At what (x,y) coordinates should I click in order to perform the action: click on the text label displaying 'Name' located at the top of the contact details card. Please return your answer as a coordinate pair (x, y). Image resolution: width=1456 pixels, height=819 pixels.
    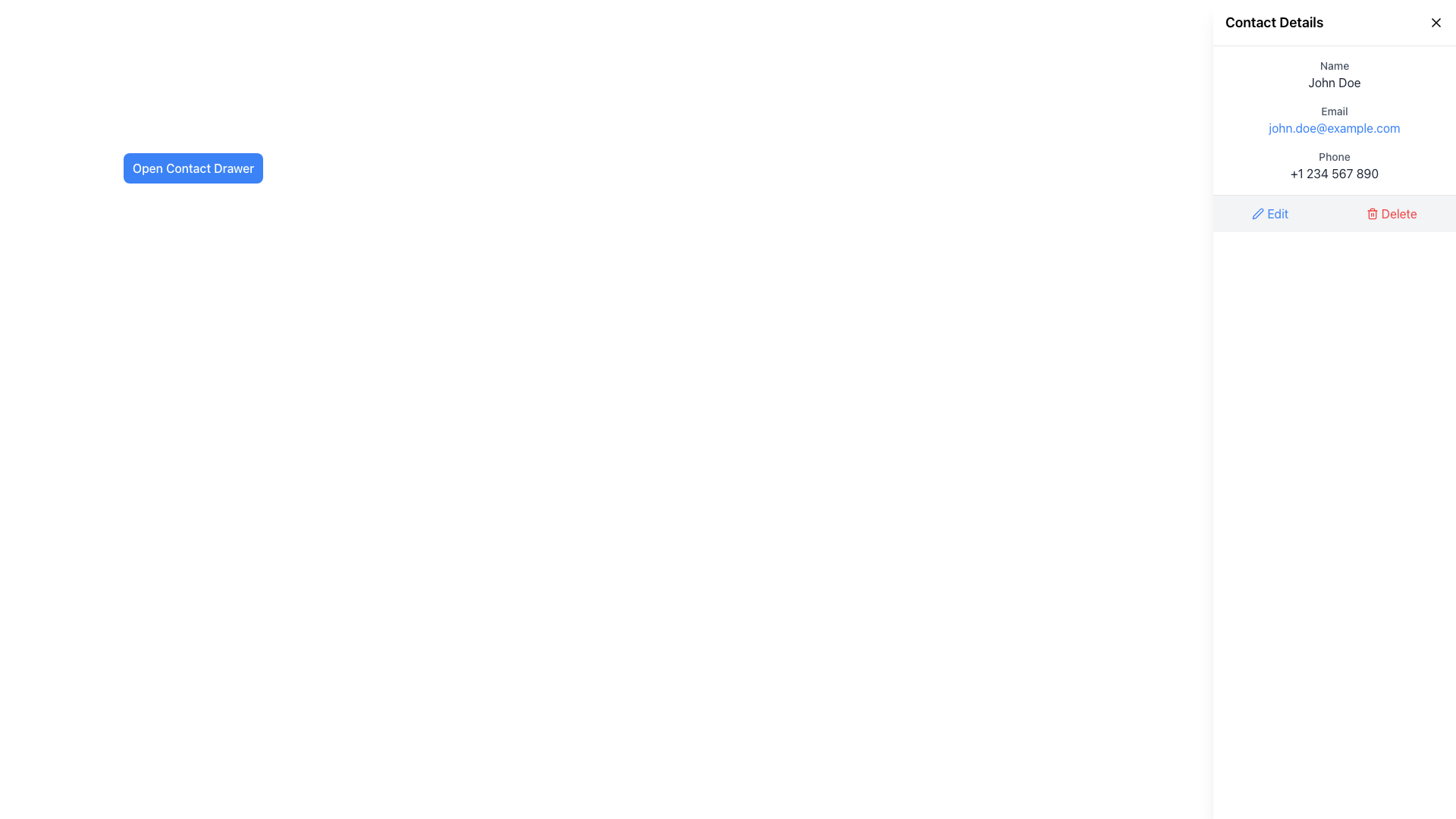
    Looking at the image, I should click on (1335, 65).